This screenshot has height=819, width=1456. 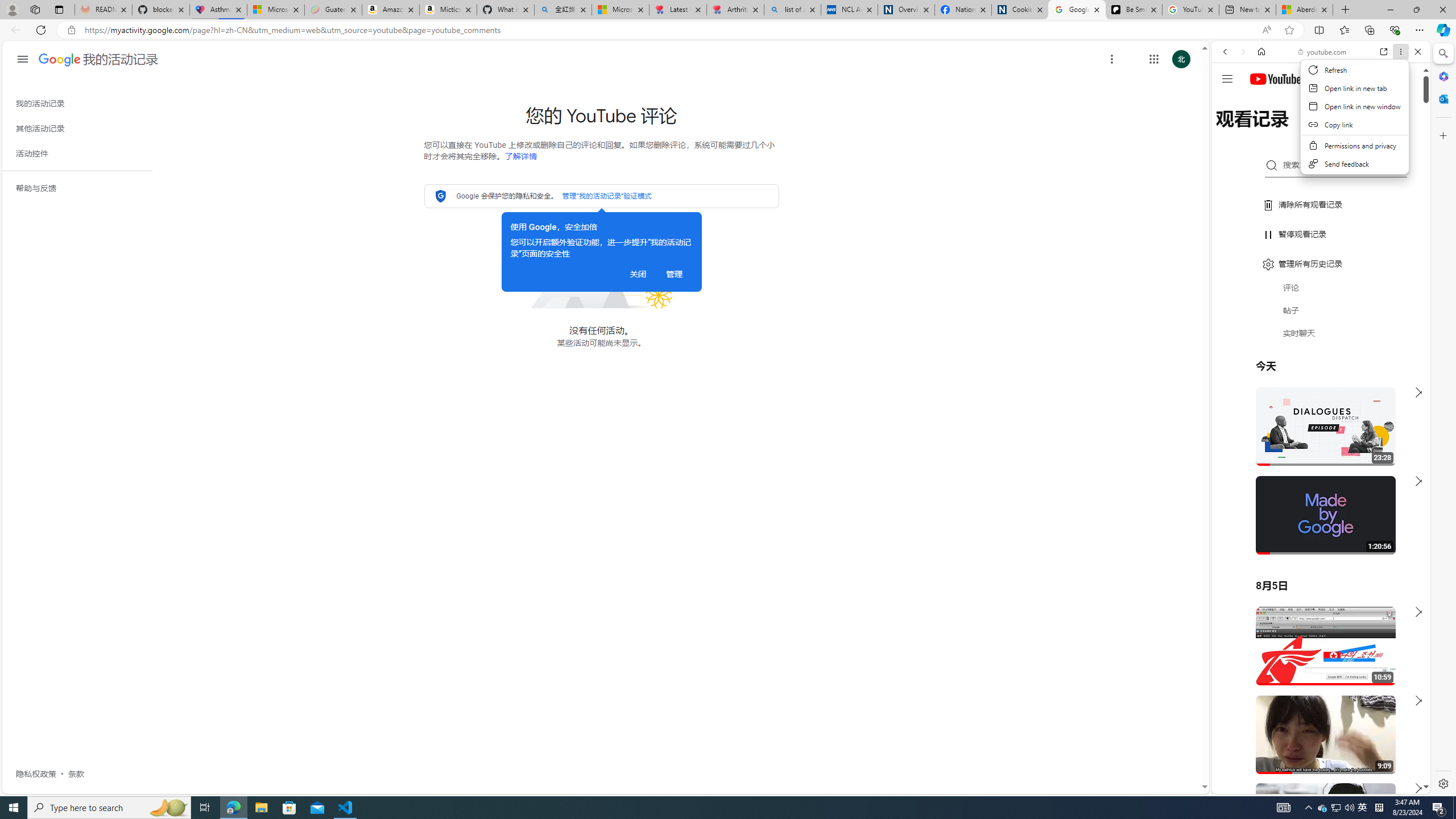 What do you see at coordinates (1354, 116) in the screenshot?
I see `'Context'` at bounding box center [1354, 116].